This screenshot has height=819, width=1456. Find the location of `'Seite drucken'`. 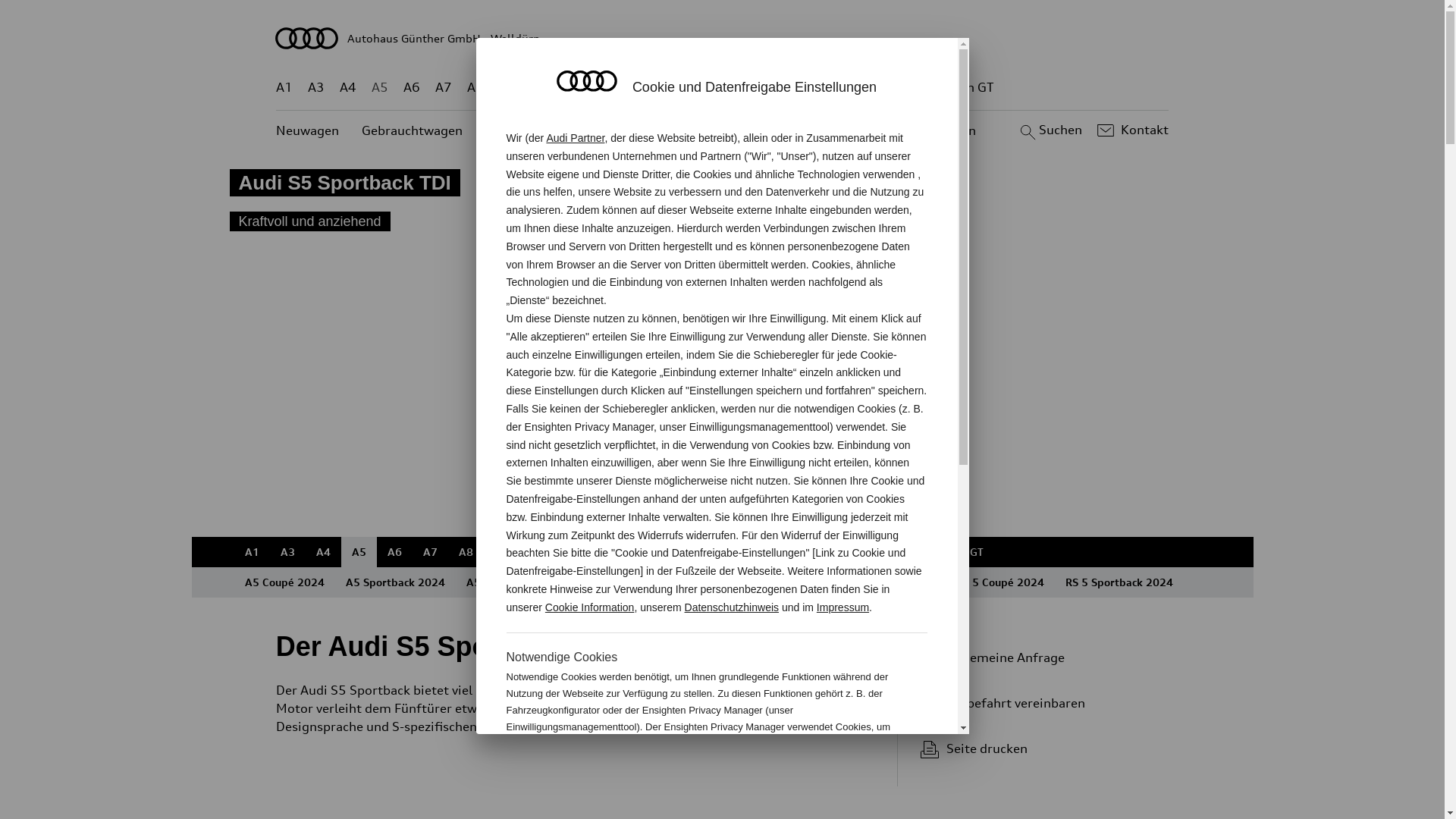

'Seite drucken' is located at coordinates (1043, 748).